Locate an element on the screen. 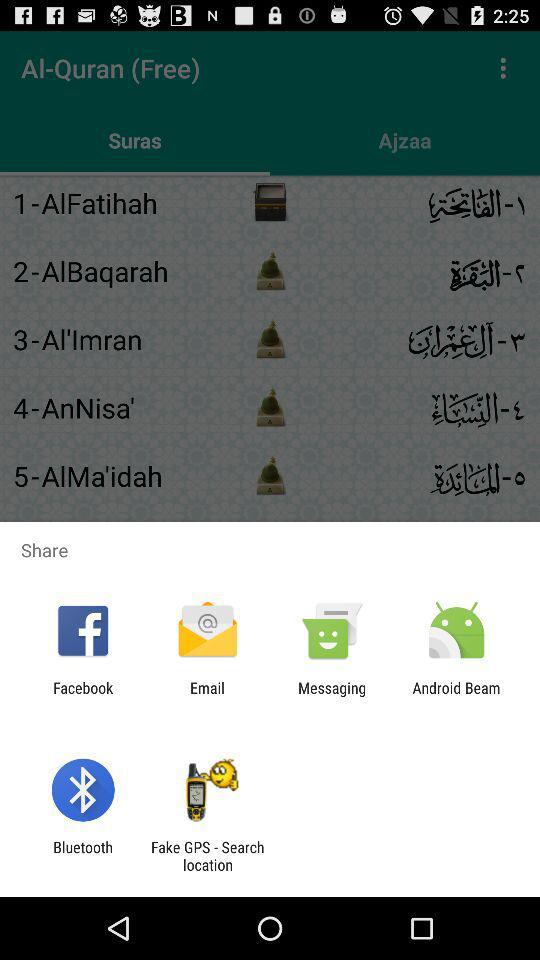 The height and width of the screenshot is (960, 540). fake gps search app is located at coordinates (206, 855).